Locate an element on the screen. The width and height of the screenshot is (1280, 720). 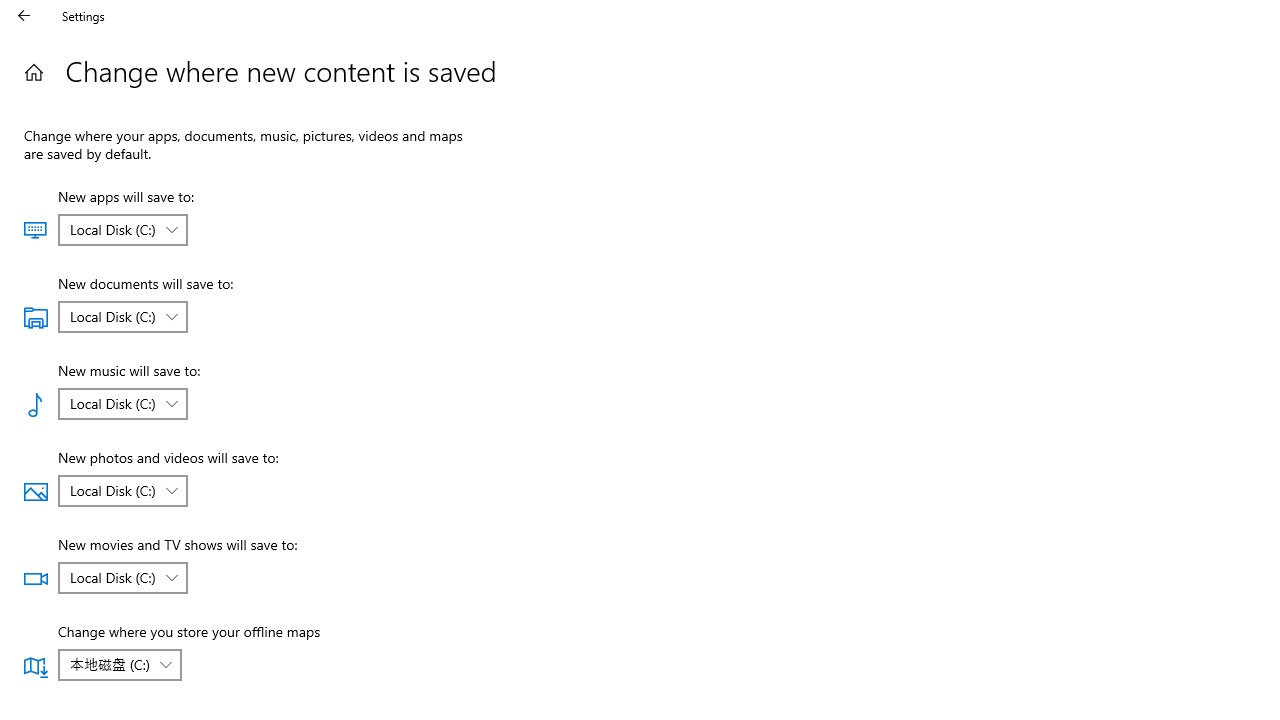
'New photos and videos will save to:' is located at coordinates (121, 491).